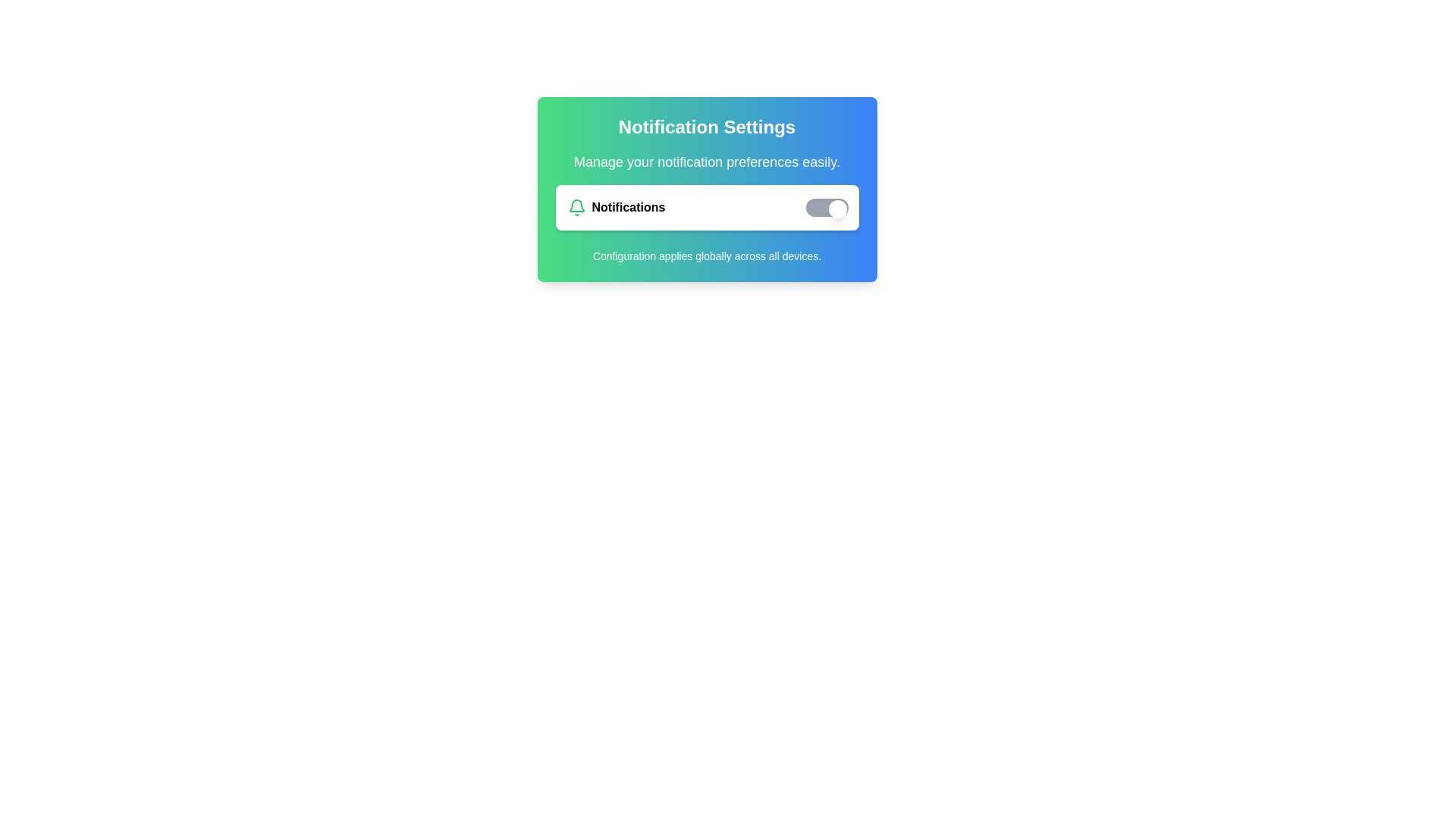 The width and height of the screenshot is (1456, 819). Describe the element at coordinates (826, 207) in the screenshot. I see `the background of the toggle switch, which indicates the inactive state of the associated setting within the notification settings card, located to the right of the 'Notifications' label and icon` at that location.